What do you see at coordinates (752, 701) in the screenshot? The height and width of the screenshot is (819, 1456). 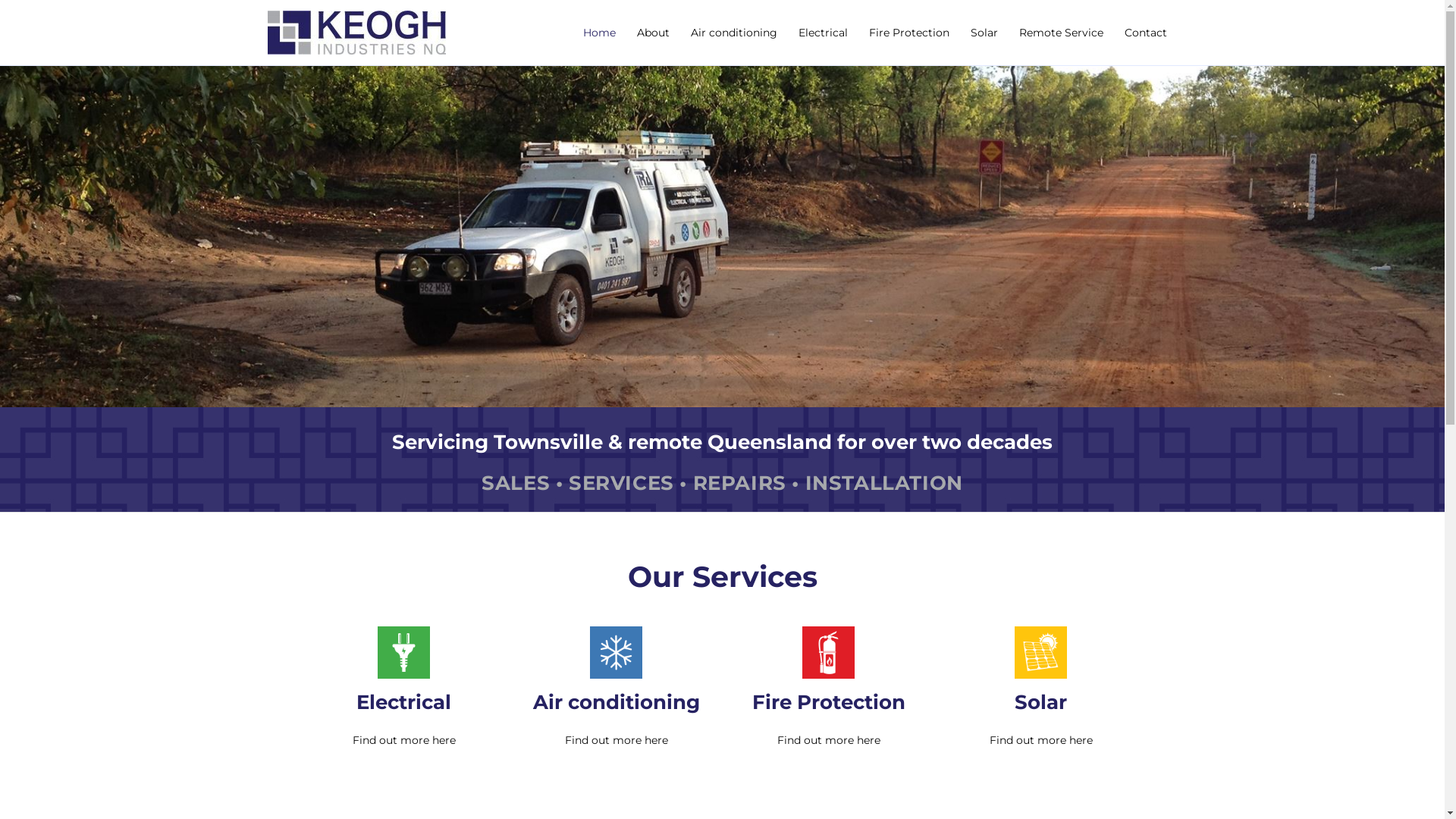 I see `'Fire Protection'` at bounding box center [752, 701].